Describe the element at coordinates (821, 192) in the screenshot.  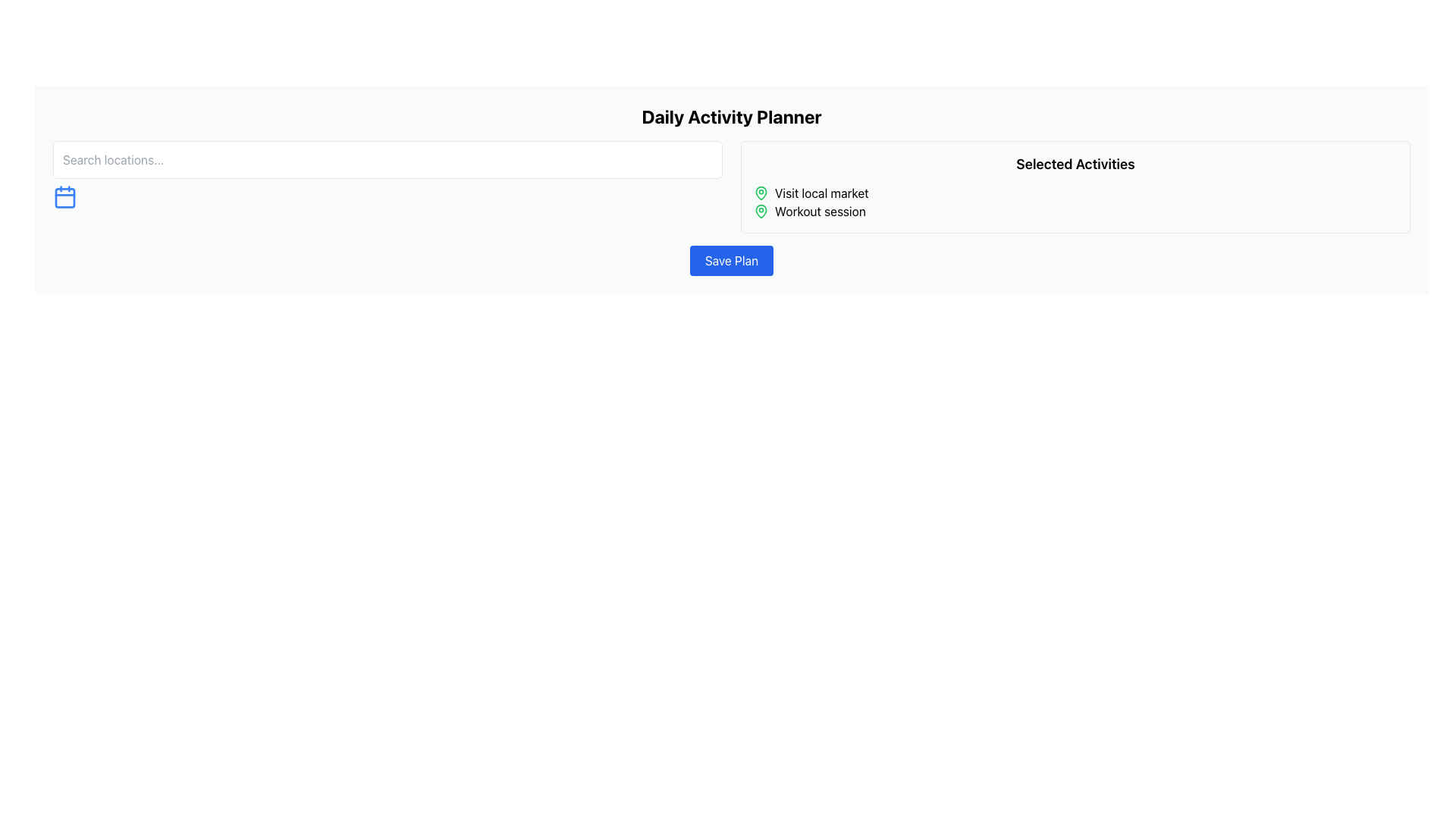
I see `the text label 'Visit local market' which is positioned on the right side of the interface within the 'Selected Activities' group, above the 'Workout session' text element` at that location.